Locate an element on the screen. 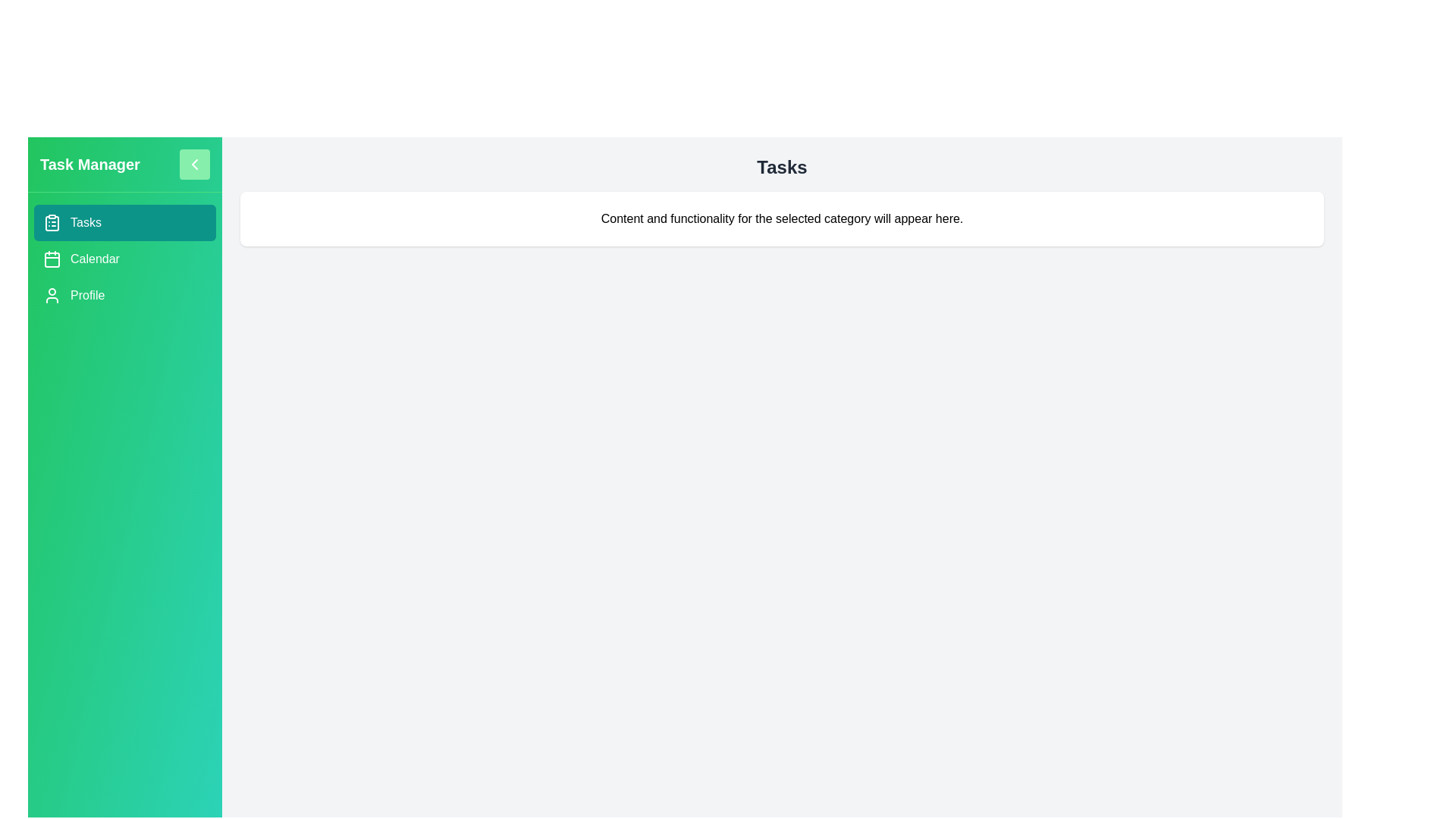 The image size is (1456, 819). toggle button to hide the sidebar is located at coordinates (194, 164).